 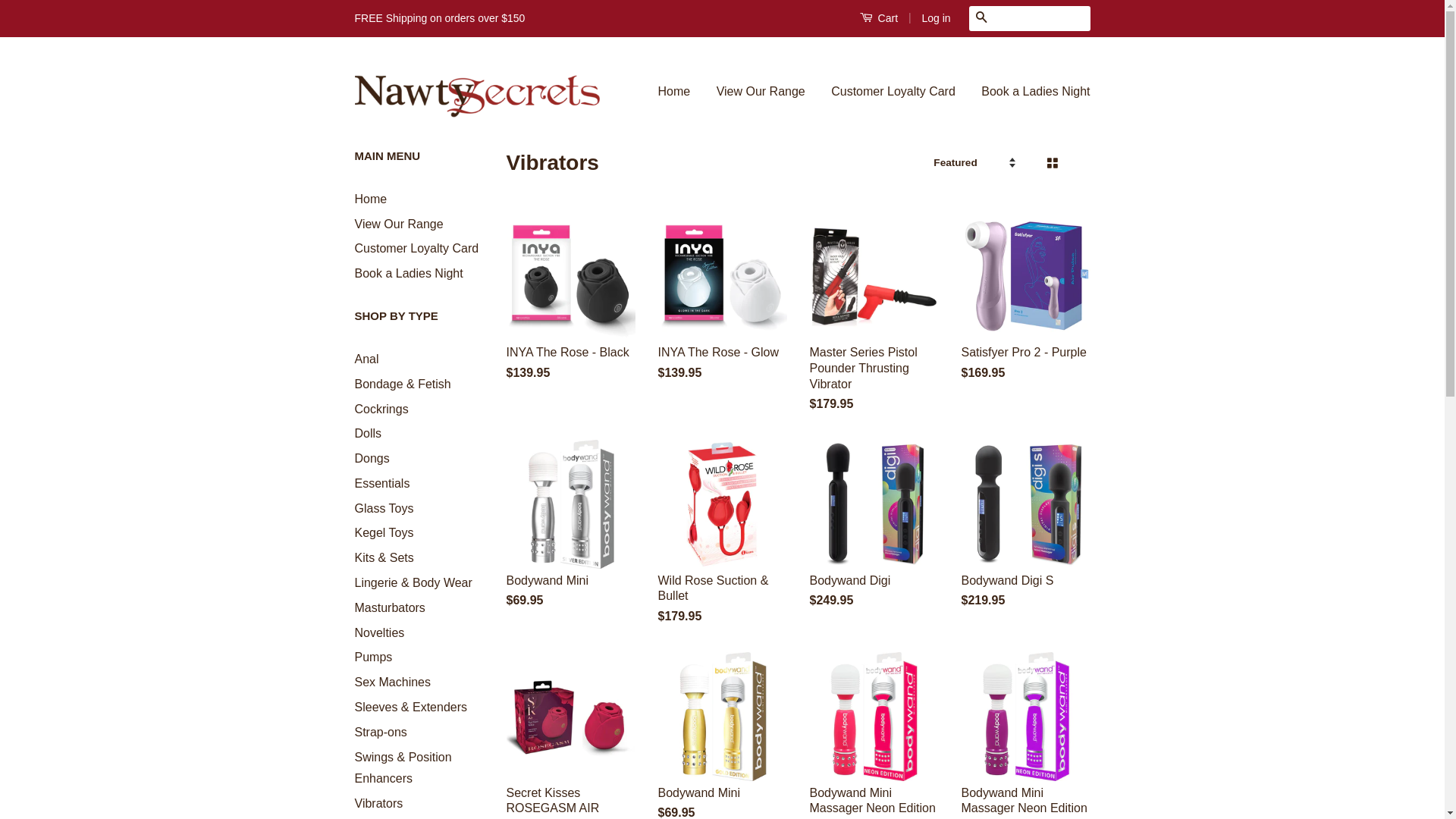 I want to click on 'Customer Loyalty Card', so click(x=353, y=247).